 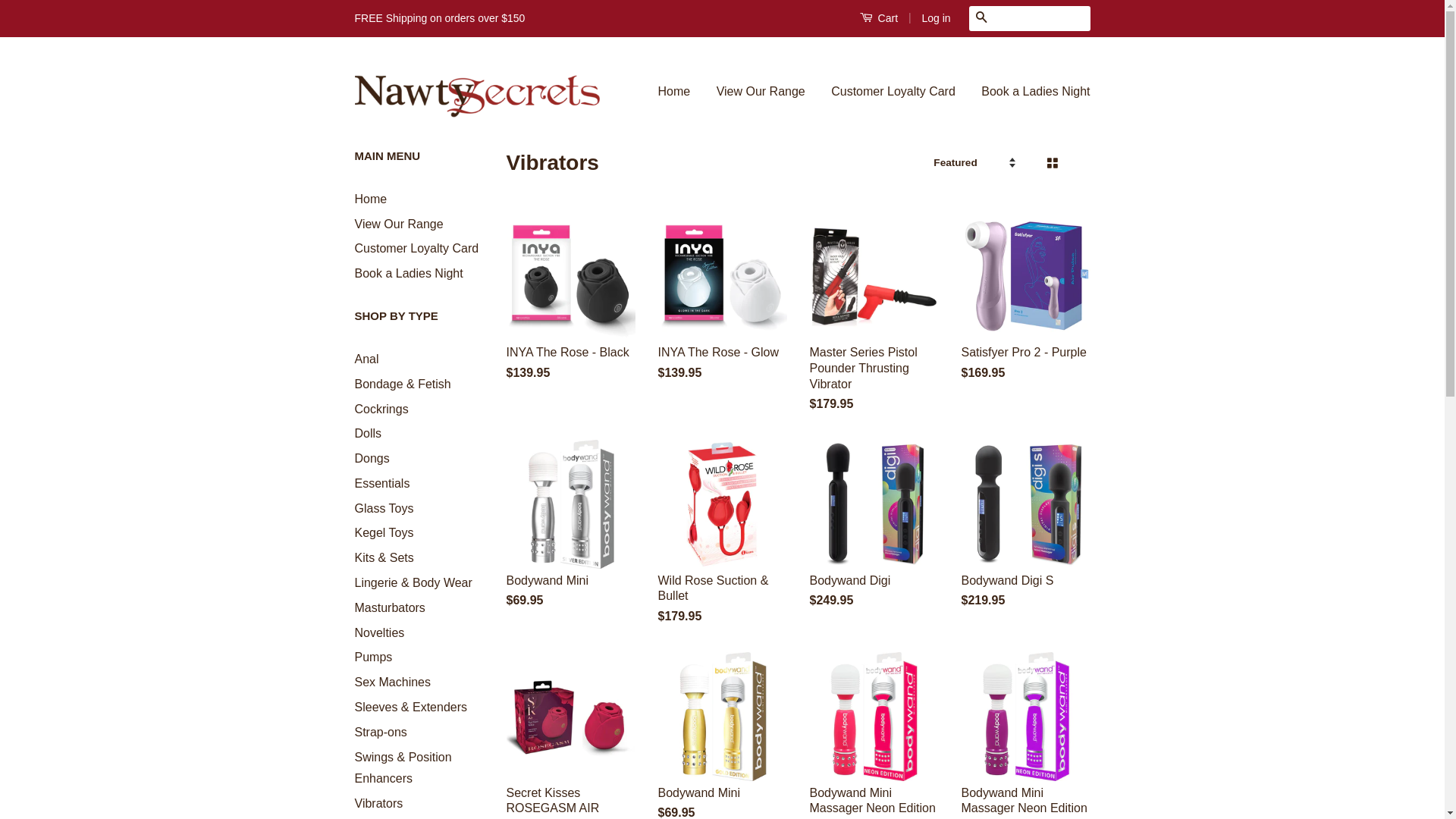 I want to click on 'Customer Loyalty Card', so click(x=353, y=247).